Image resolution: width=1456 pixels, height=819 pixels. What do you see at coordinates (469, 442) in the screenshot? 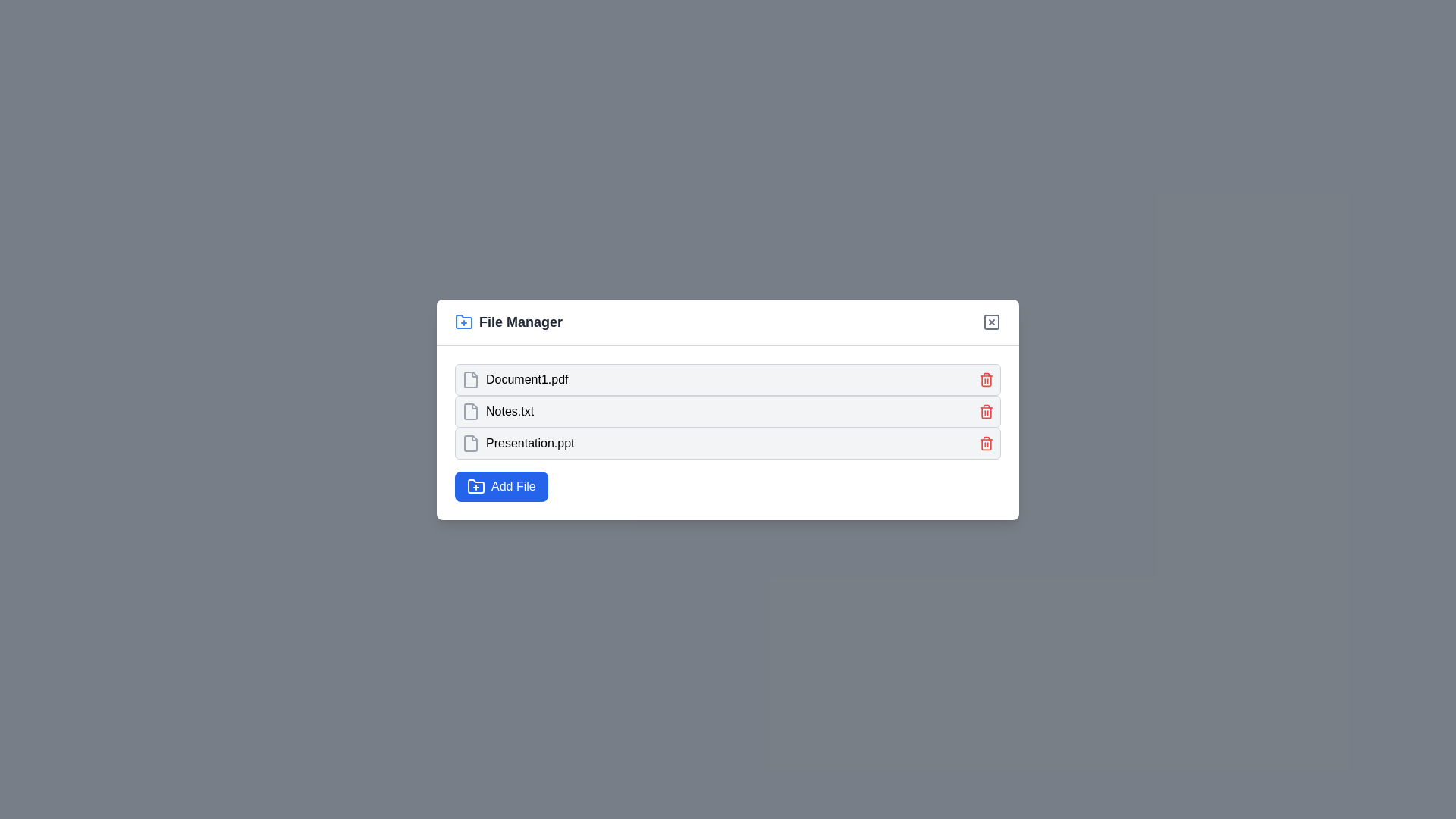
I see `the file icon representing 'Presentation.ppt', which is a gray rectangular document icon with a folded upper-right corner, located as the first element in its row within the file manager` at bounding box center [469, 442].